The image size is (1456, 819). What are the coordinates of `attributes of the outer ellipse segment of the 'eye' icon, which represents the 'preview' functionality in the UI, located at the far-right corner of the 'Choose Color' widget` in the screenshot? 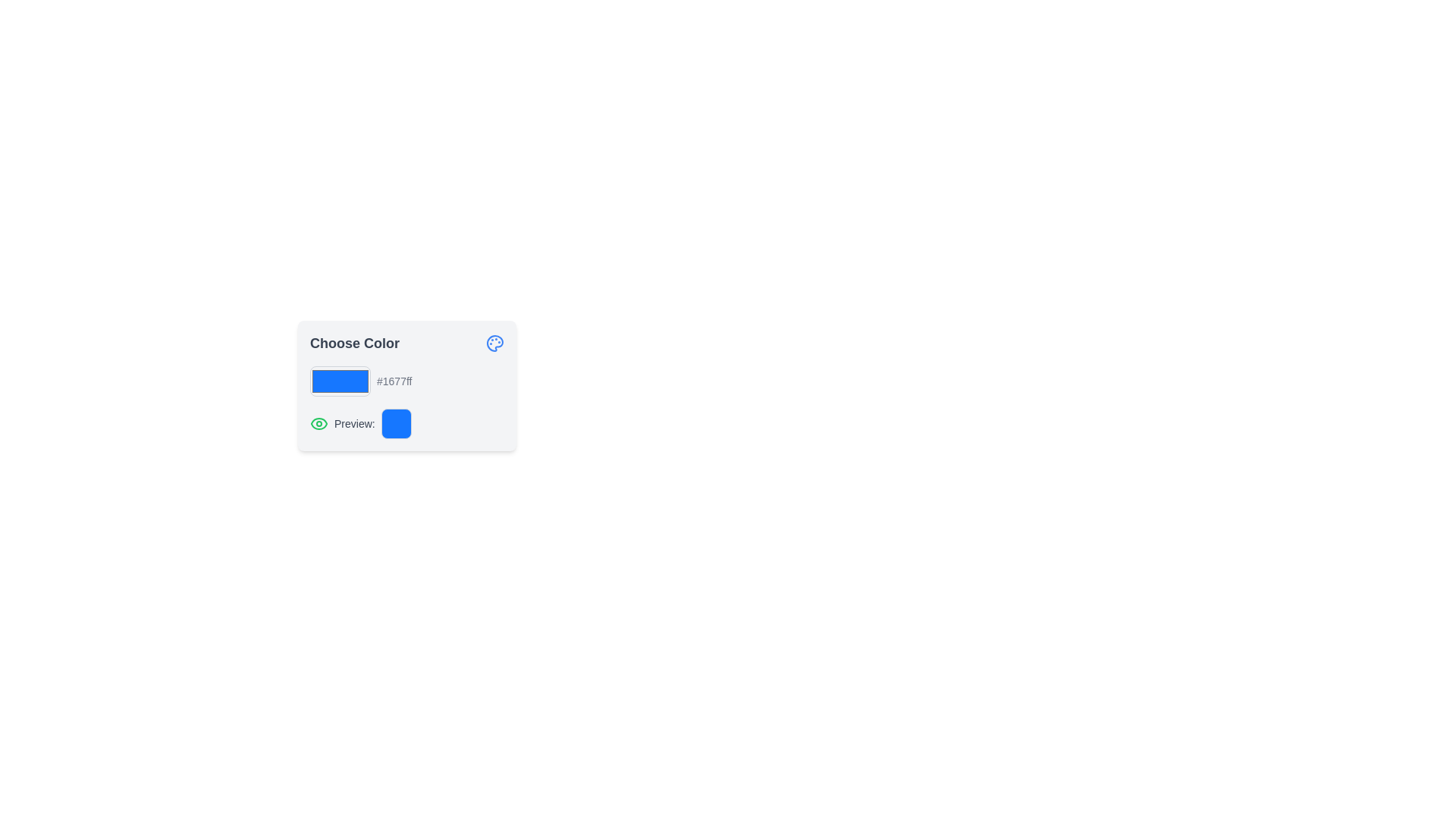 It's located at (318, 424).